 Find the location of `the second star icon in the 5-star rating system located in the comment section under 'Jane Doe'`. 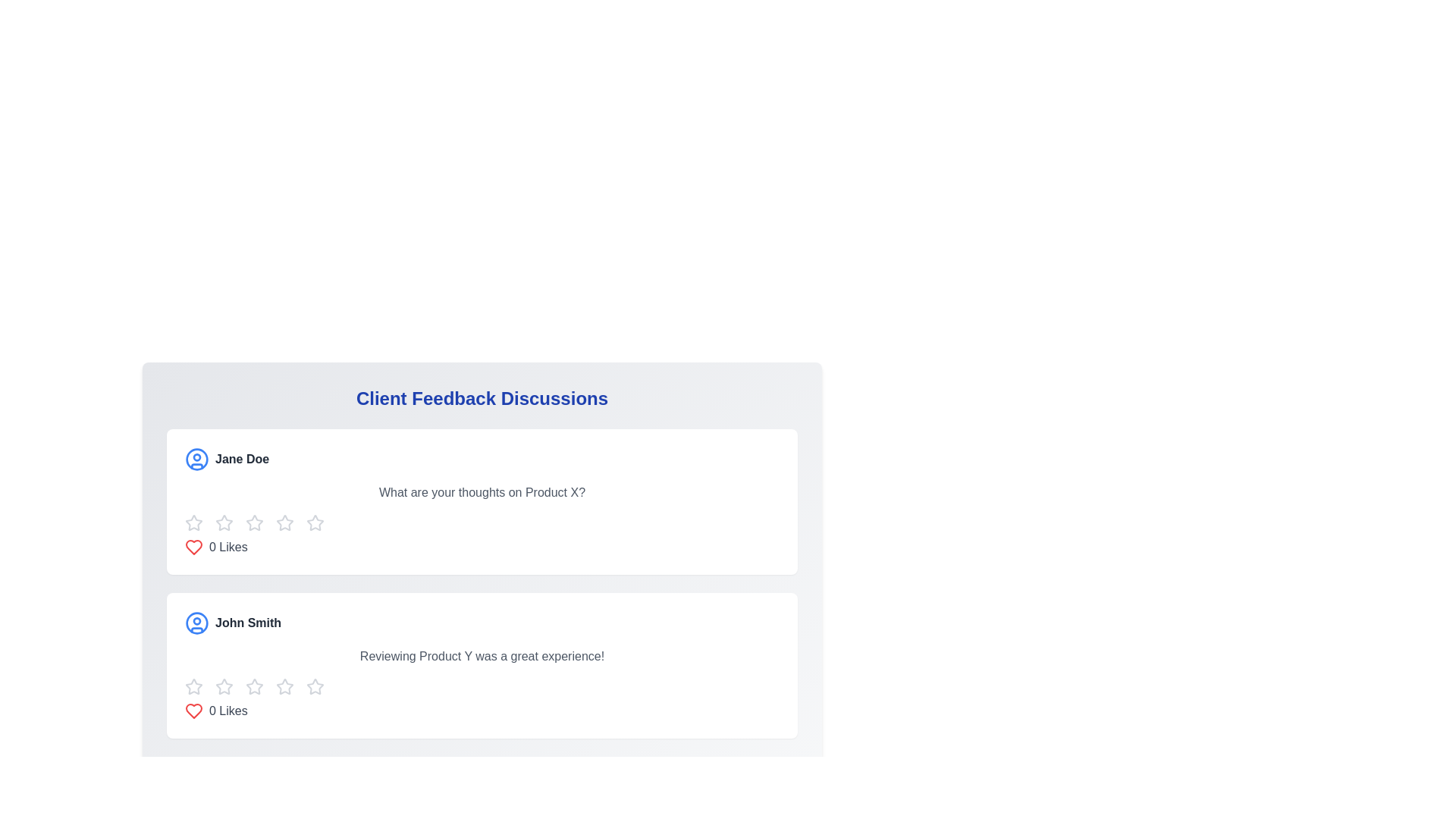

the second star icon in the 5-star rating system located in the comment section under 'Jane Doe' is located at coordinates (224, 522).